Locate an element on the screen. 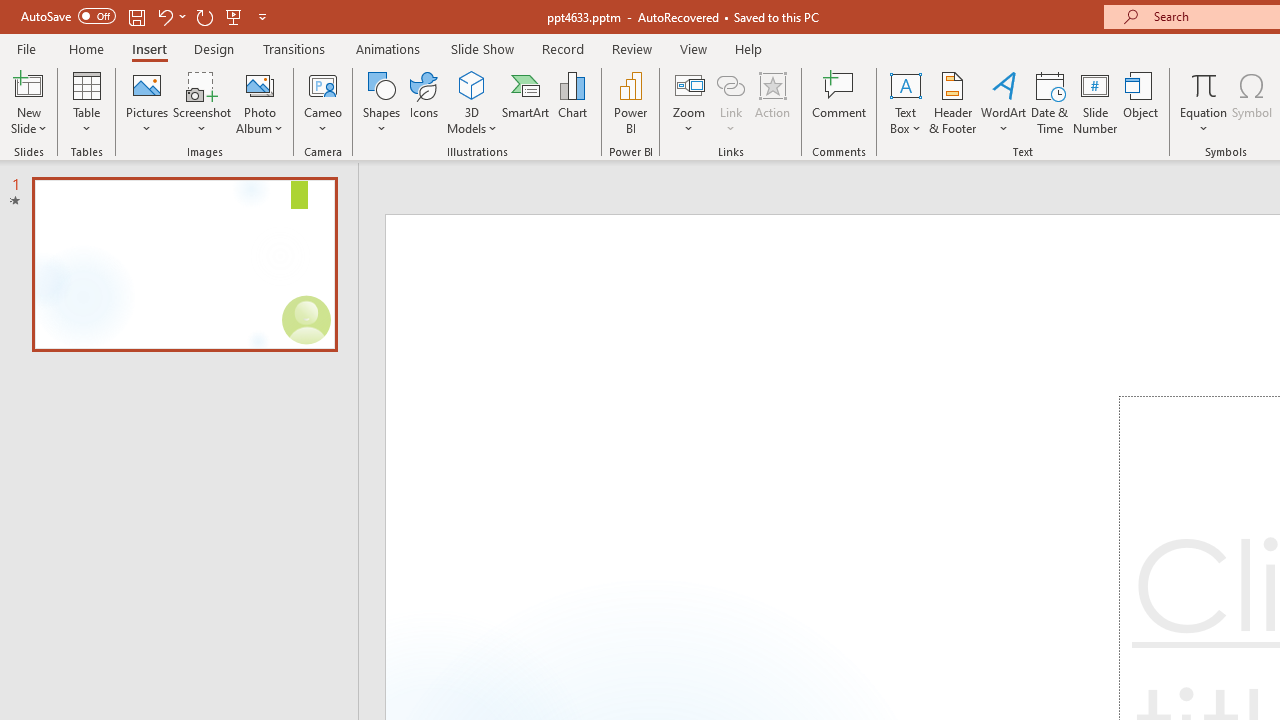 The width and height of the screenshot is (1280, 720). 'Chart...' is located at coordinates (571, 103).